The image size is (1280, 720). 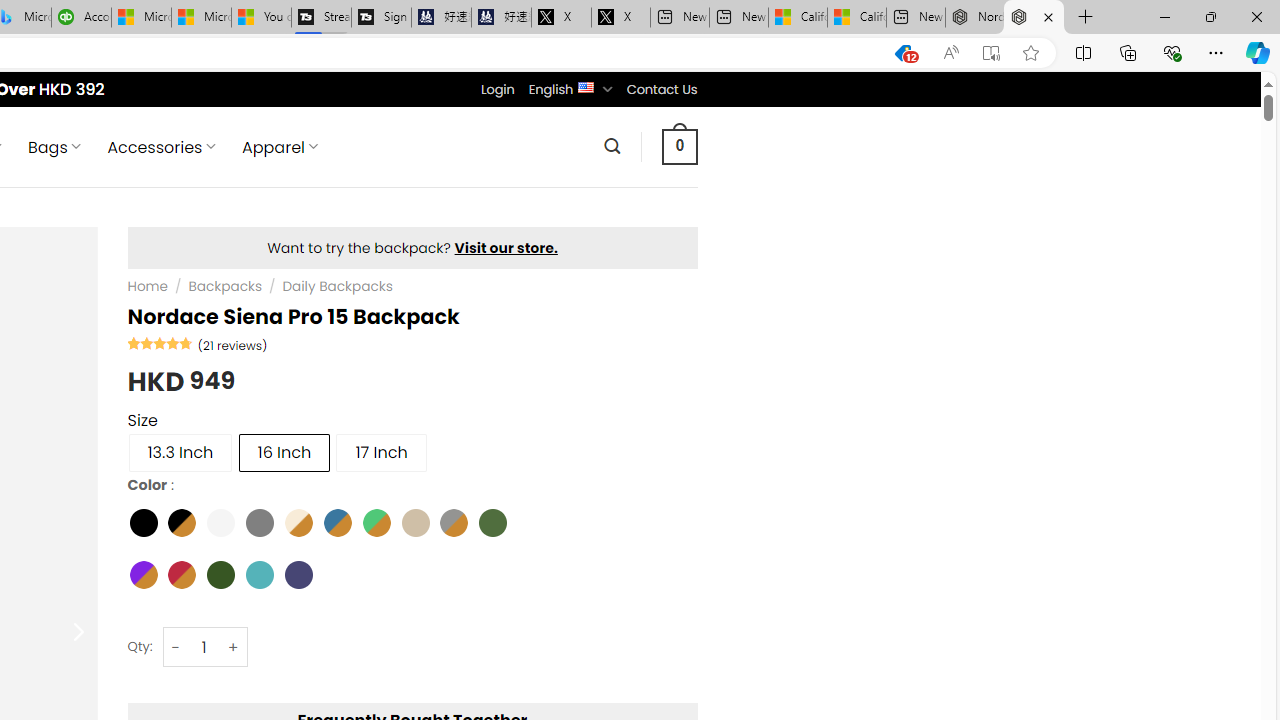 I want to click on '13.3 Inch', so click(x=180, y=452).